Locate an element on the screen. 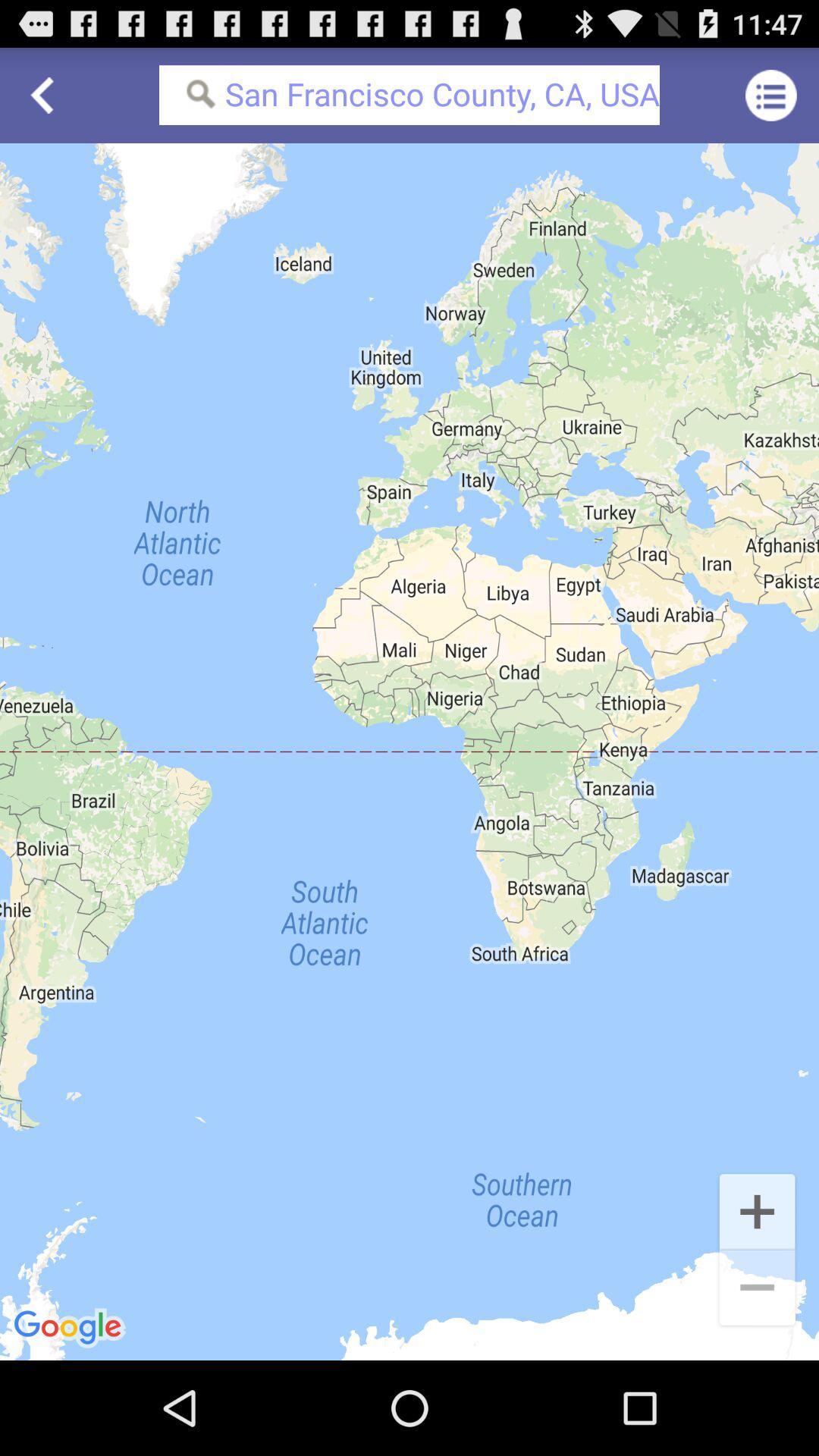  the list icon is located at coordinates (771, 101).